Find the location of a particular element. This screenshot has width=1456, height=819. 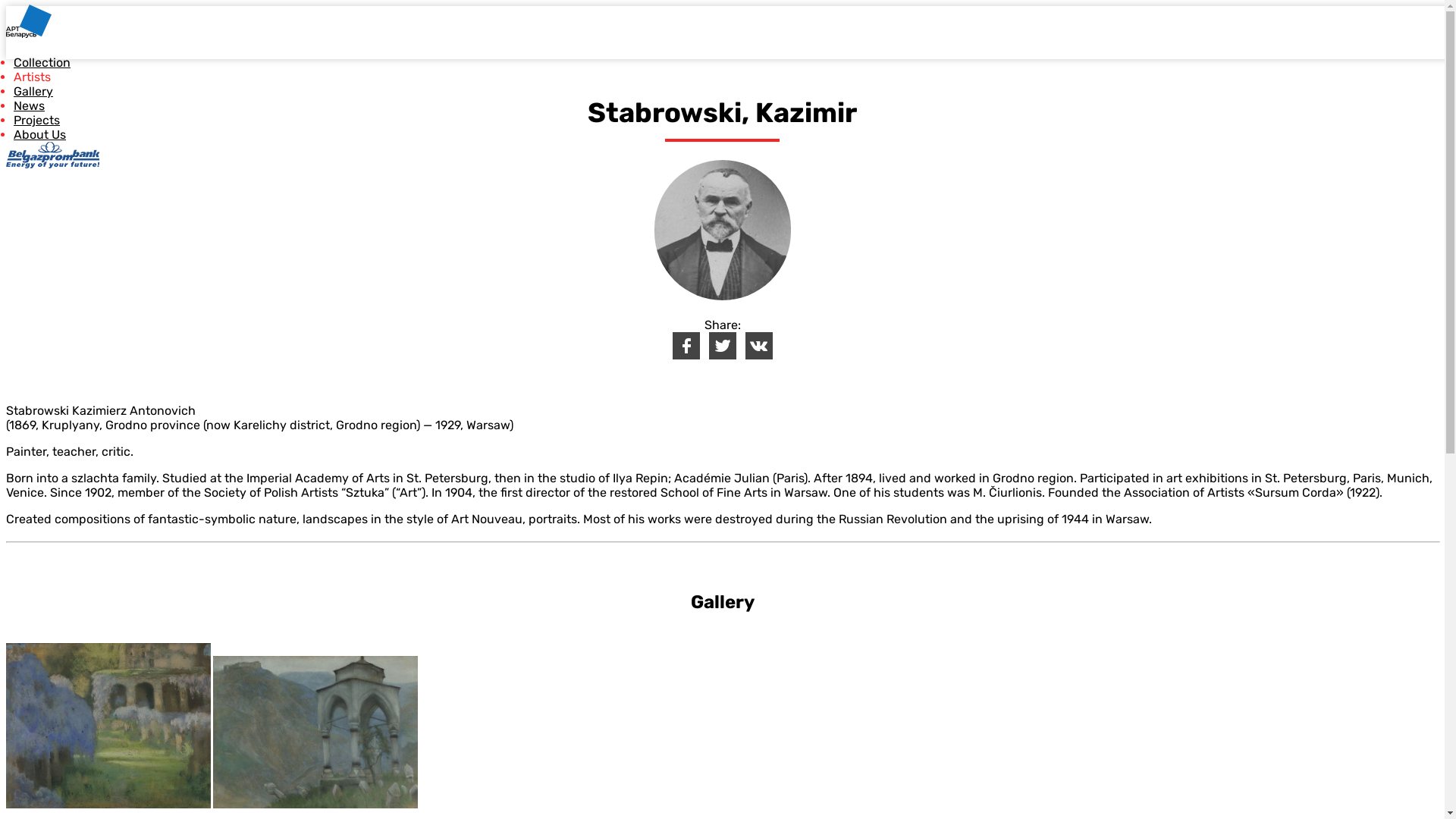

'News' is located at coordinates (29, 105).